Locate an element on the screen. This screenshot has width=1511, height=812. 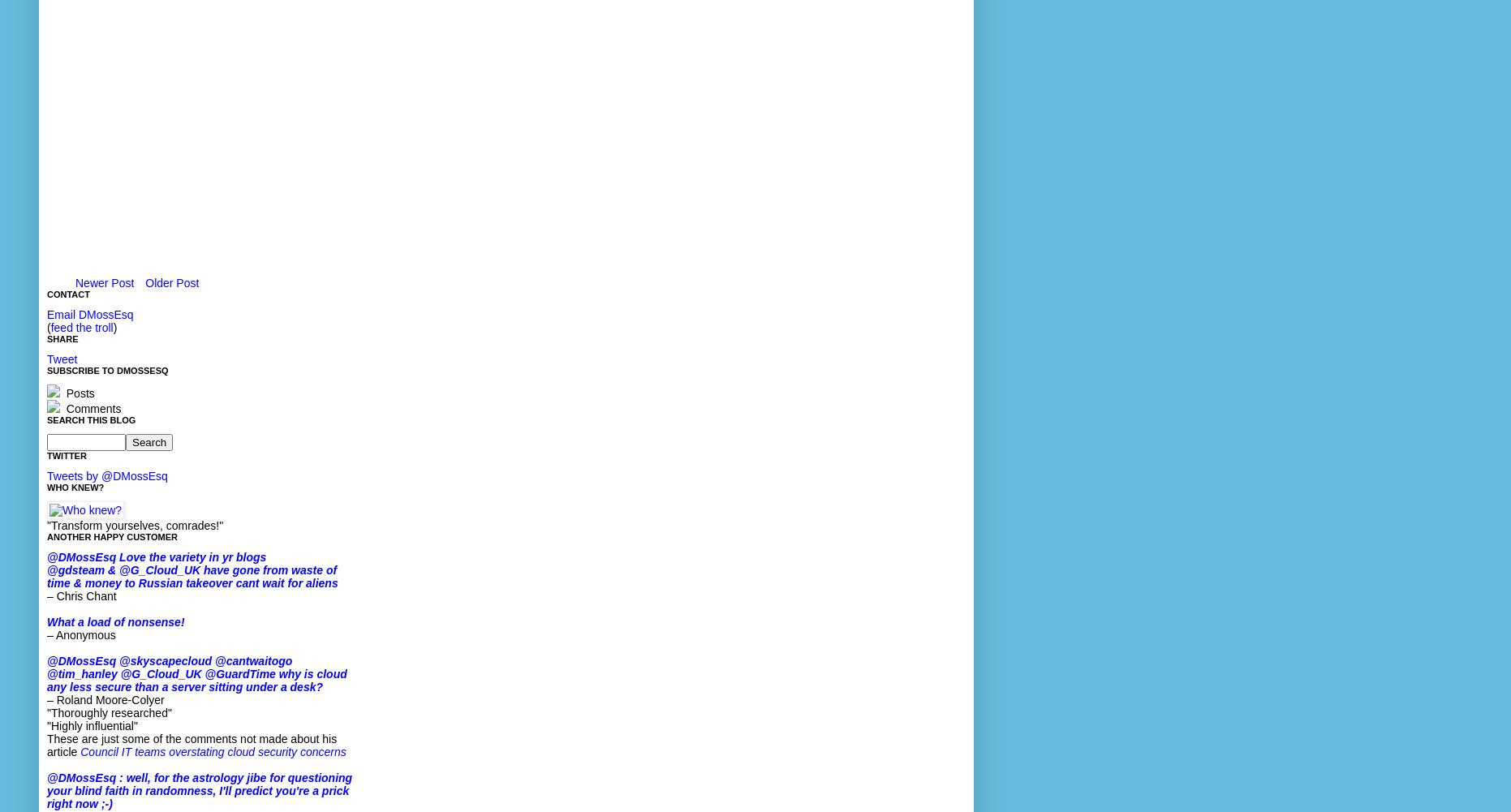
'Subscribe To DMossEsq' is located at coordinates (107, 370).